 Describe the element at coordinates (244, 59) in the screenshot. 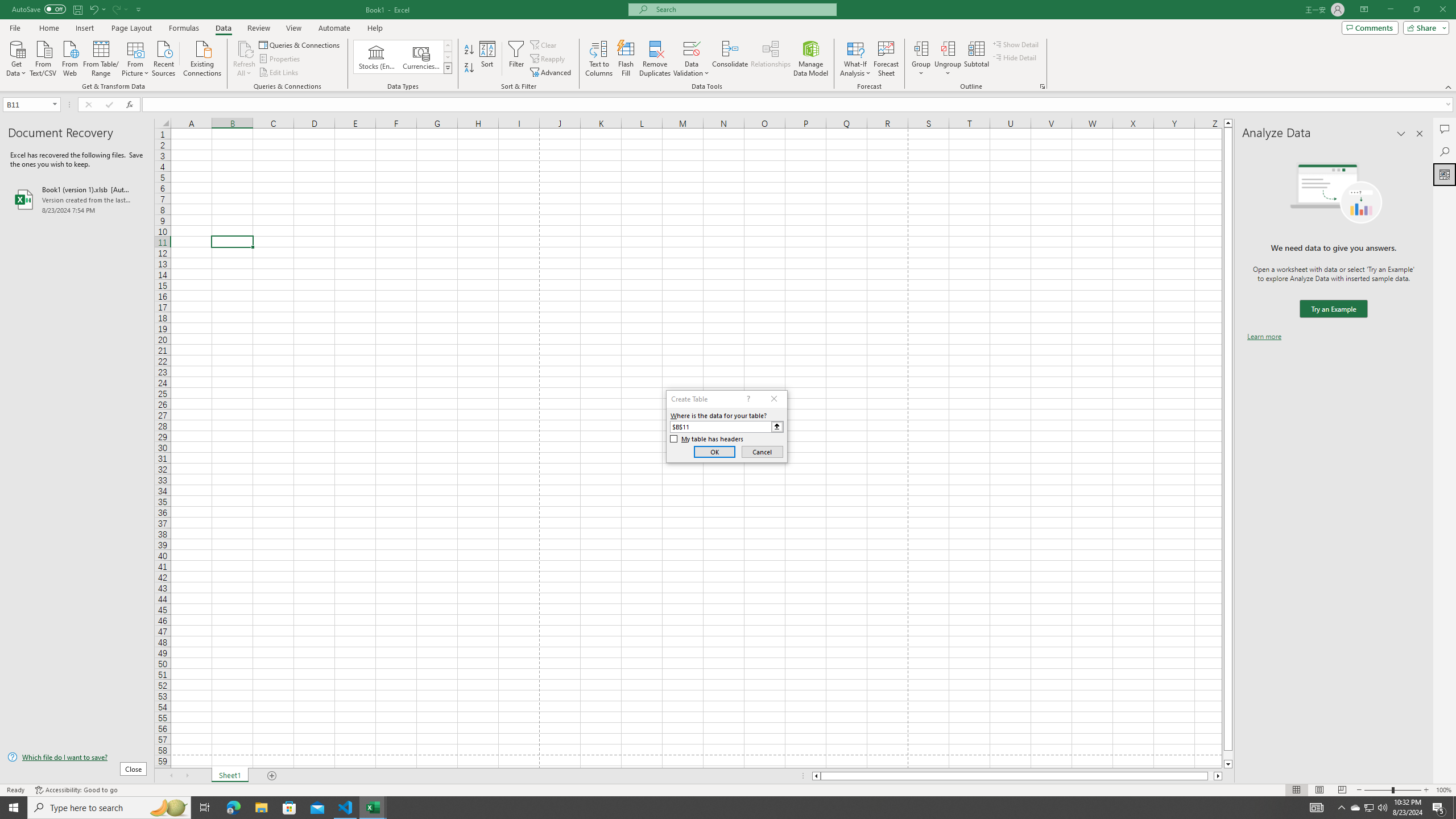

I see `'Refresh All'` at that location.